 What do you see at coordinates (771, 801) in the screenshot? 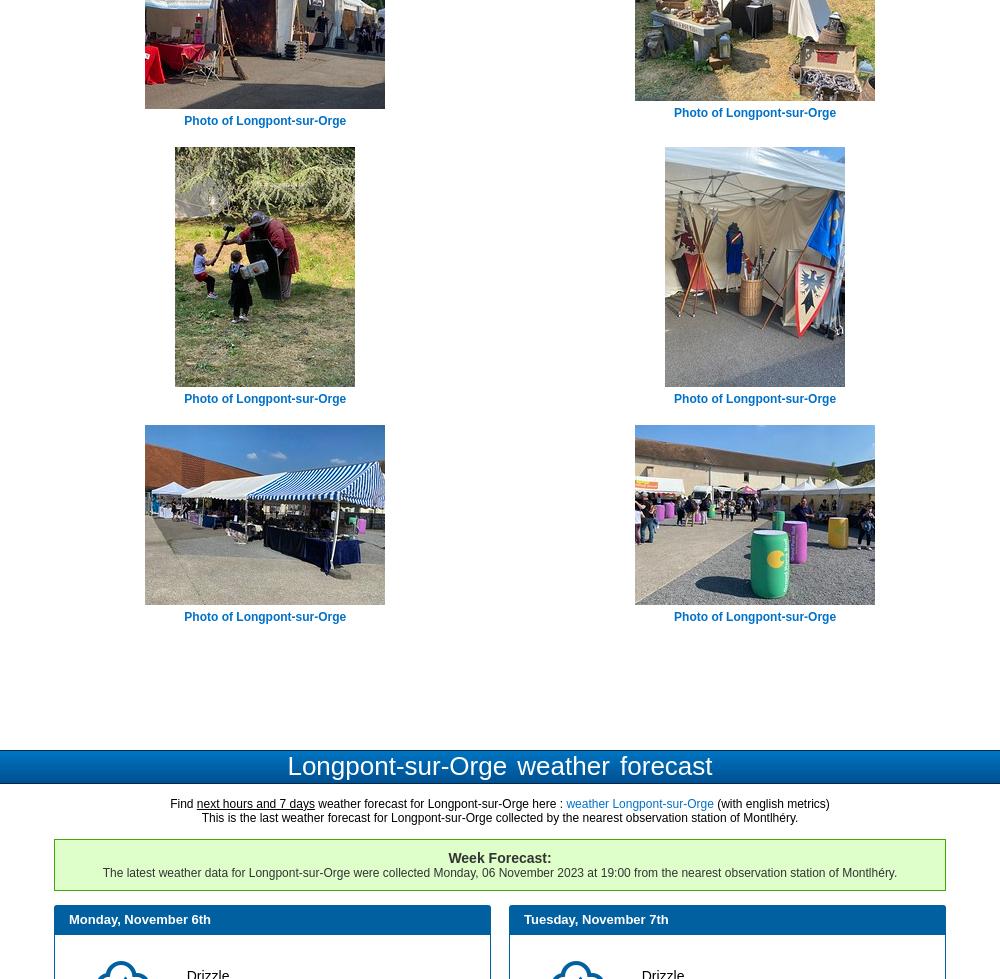
I see `'(with english metrics)'` at bounding box center [771, 801].